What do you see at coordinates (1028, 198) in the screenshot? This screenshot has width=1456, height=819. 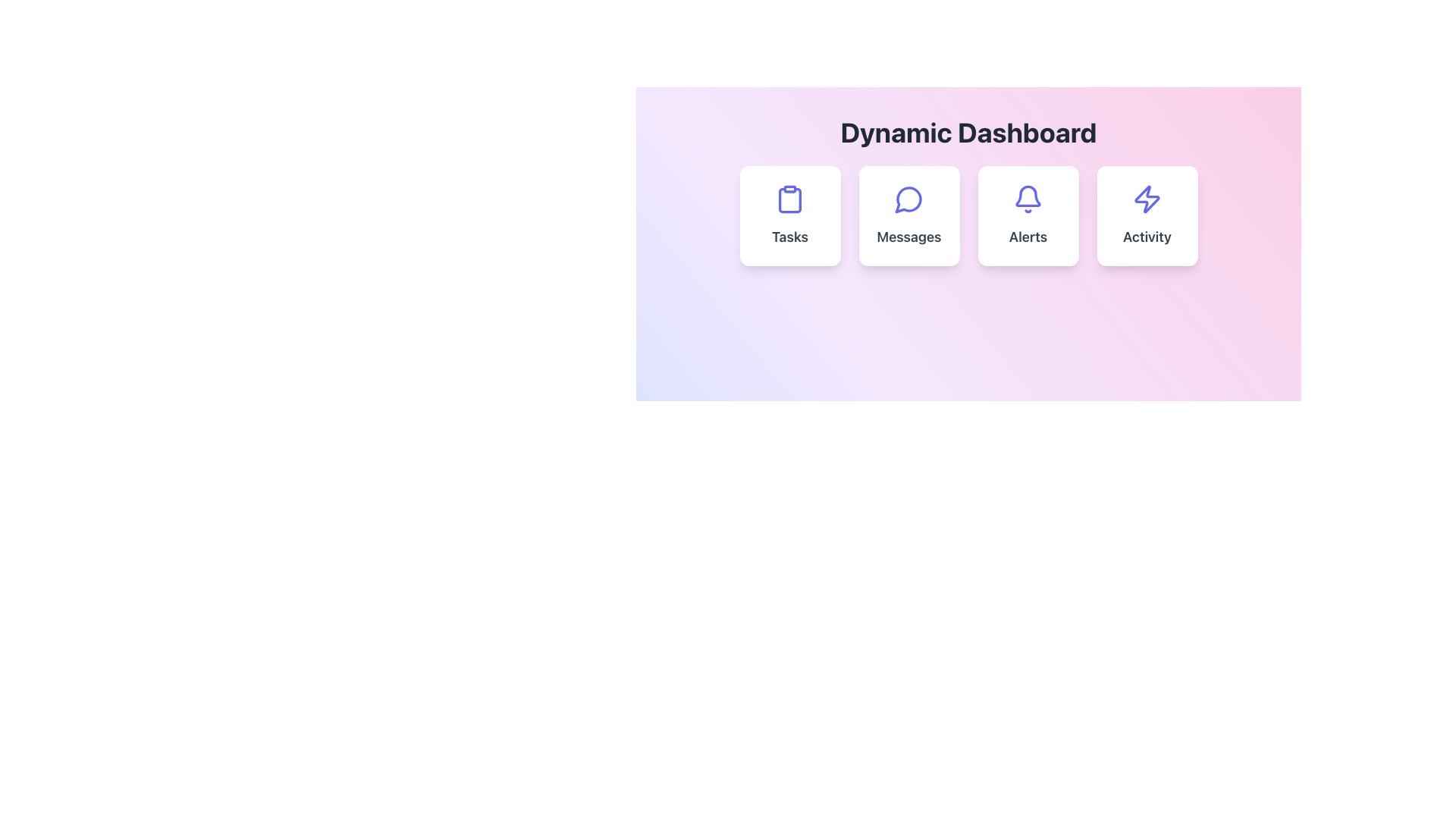 I see `the blue outlined bell icon located above the 'Alerts' label in the third card from the left` at bounding box center [1028, 198].